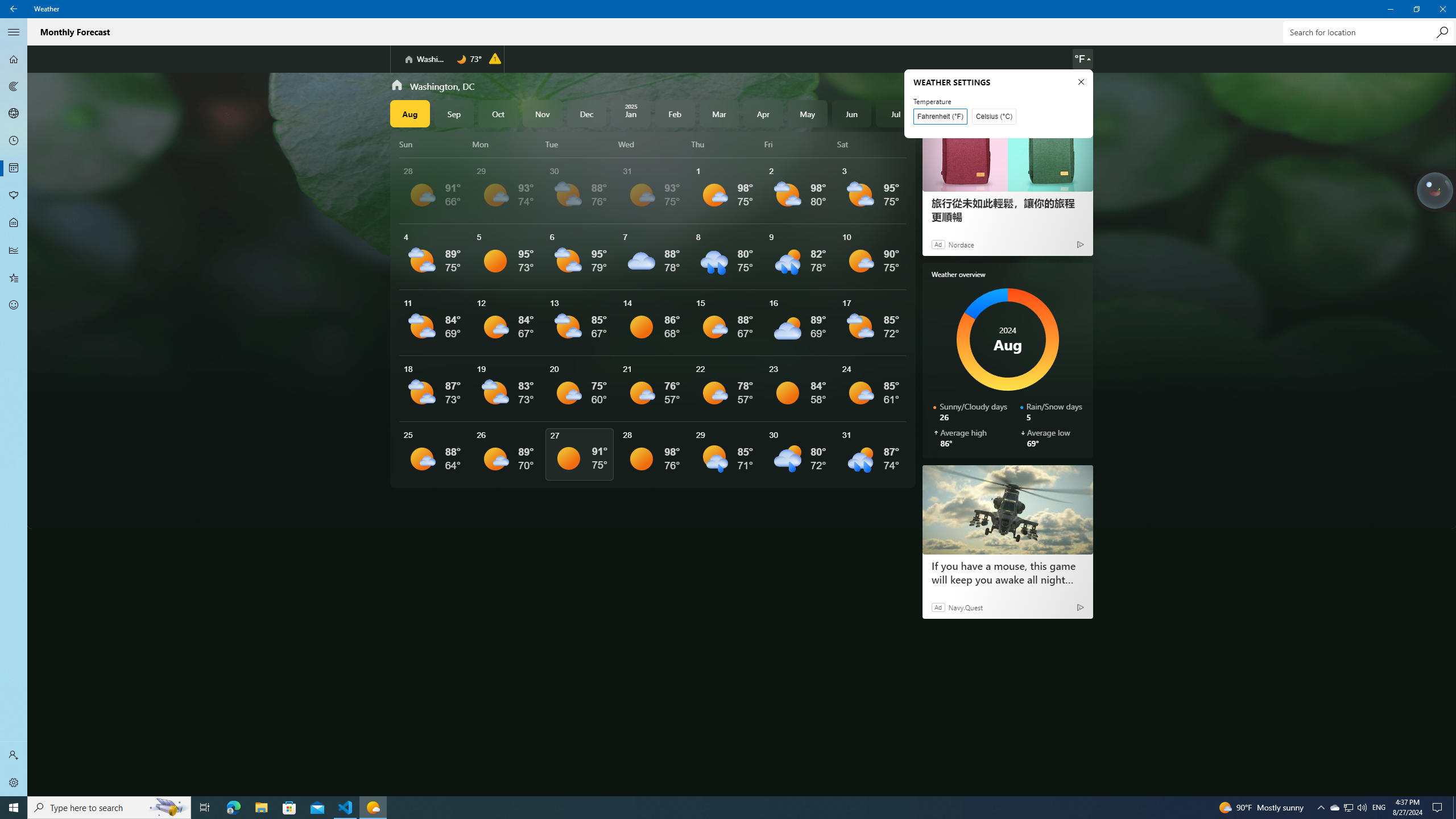 The height and width of the screenshot is (819, 1456). Describe the element at coordinates (14, 59) in the screenshot. I see `'Forecast - Not Selected'` at that location.